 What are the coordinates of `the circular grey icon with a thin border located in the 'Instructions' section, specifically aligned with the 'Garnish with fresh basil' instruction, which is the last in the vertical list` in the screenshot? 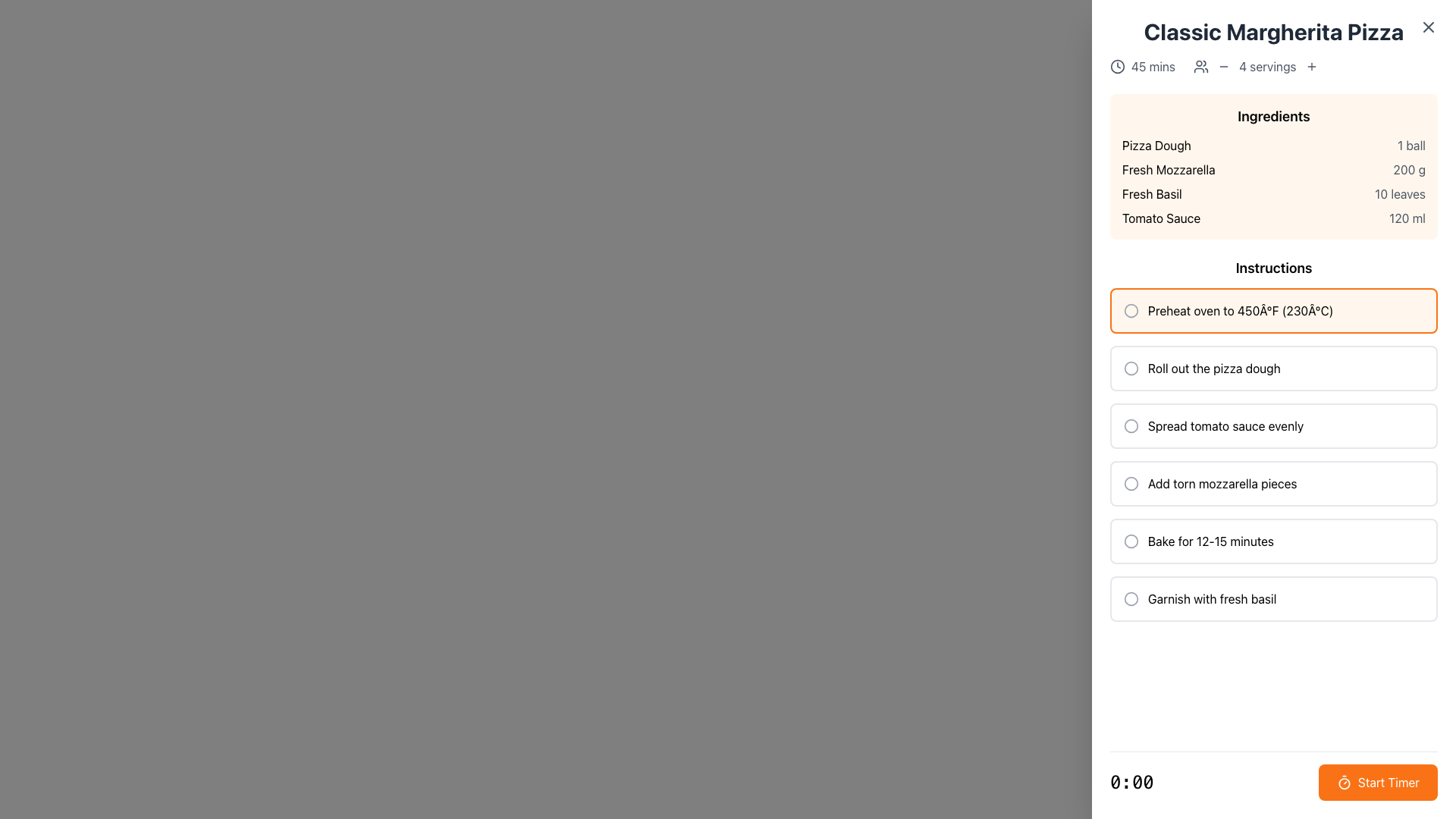 It's located at (1131, 598).